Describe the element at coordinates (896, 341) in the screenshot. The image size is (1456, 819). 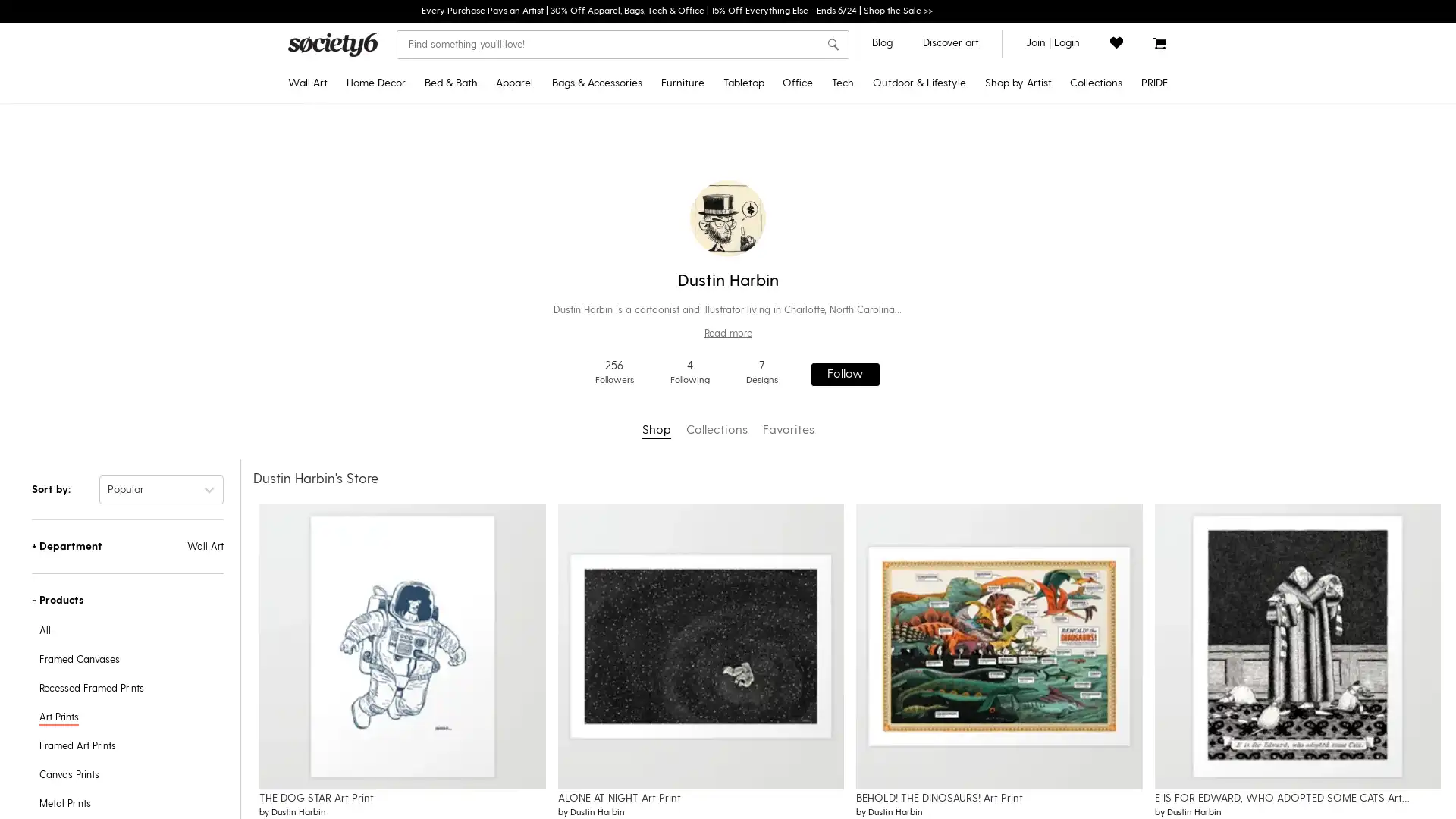
I see `Laptop Stickers` at that location.